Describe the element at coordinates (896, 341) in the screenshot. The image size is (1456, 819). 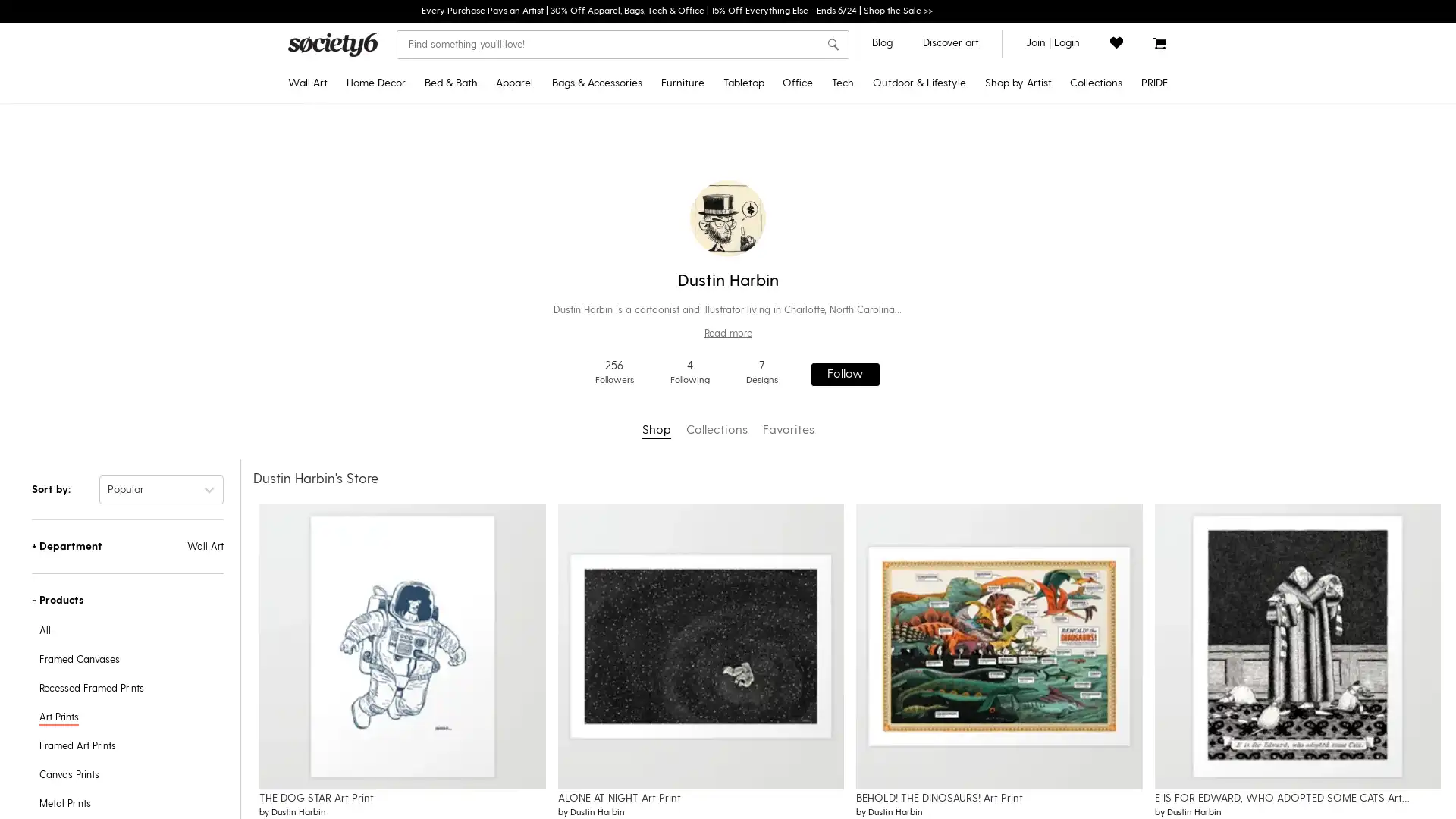
I see `Laptop Stickers` at that location.